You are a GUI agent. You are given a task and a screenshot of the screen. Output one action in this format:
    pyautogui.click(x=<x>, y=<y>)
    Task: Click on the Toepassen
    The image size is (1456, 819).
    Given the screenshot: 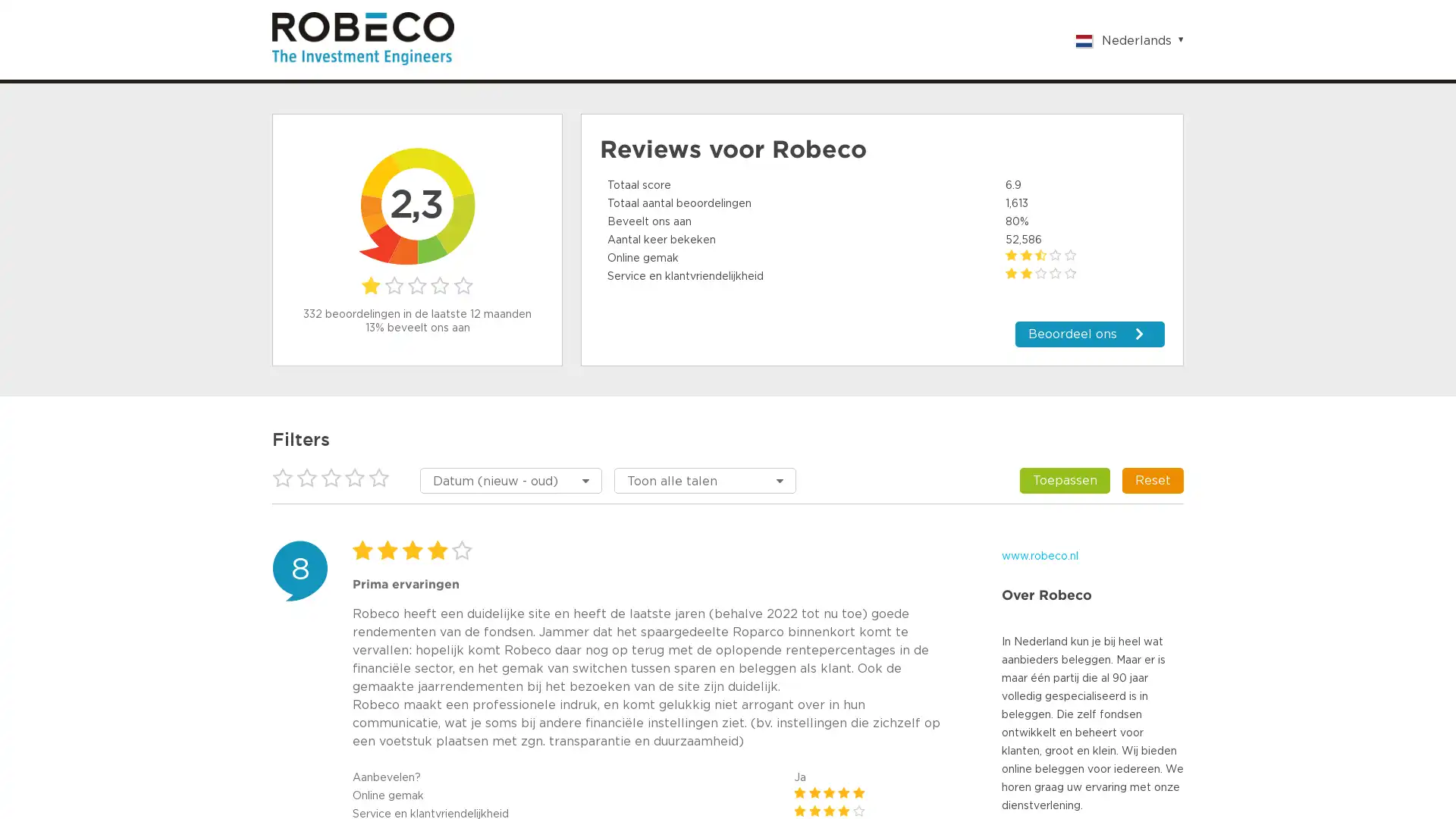 What is the action you would take?
    pyautogui.click(x=1064, y=480)
    